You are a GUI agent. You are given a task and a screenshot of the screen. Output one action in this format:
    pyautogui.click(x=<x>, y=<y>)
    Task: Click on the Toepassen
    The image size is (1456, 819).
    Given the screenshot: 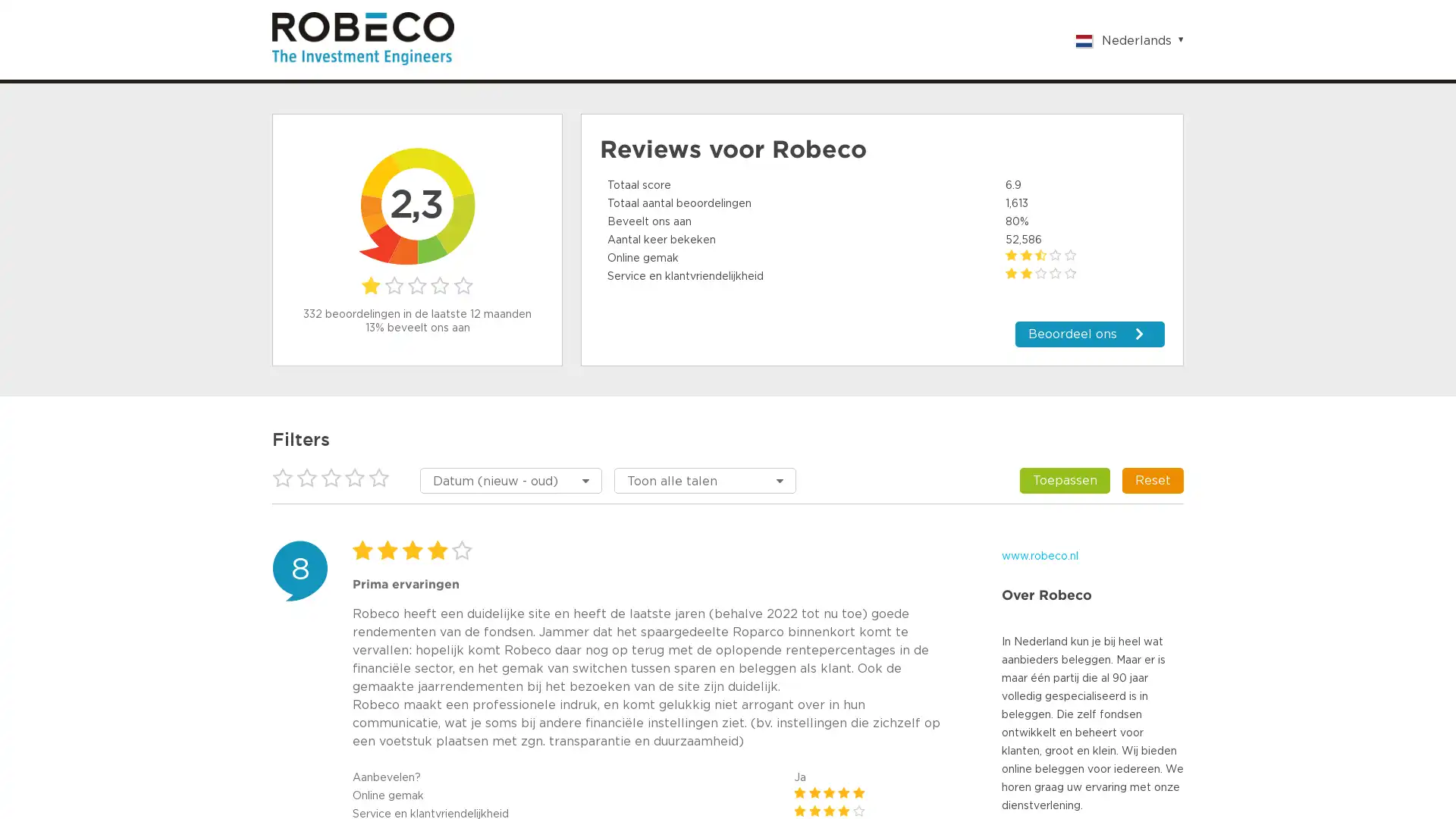 What is the action you would take?
    pyautogui.click(x=1064, y=480)
    